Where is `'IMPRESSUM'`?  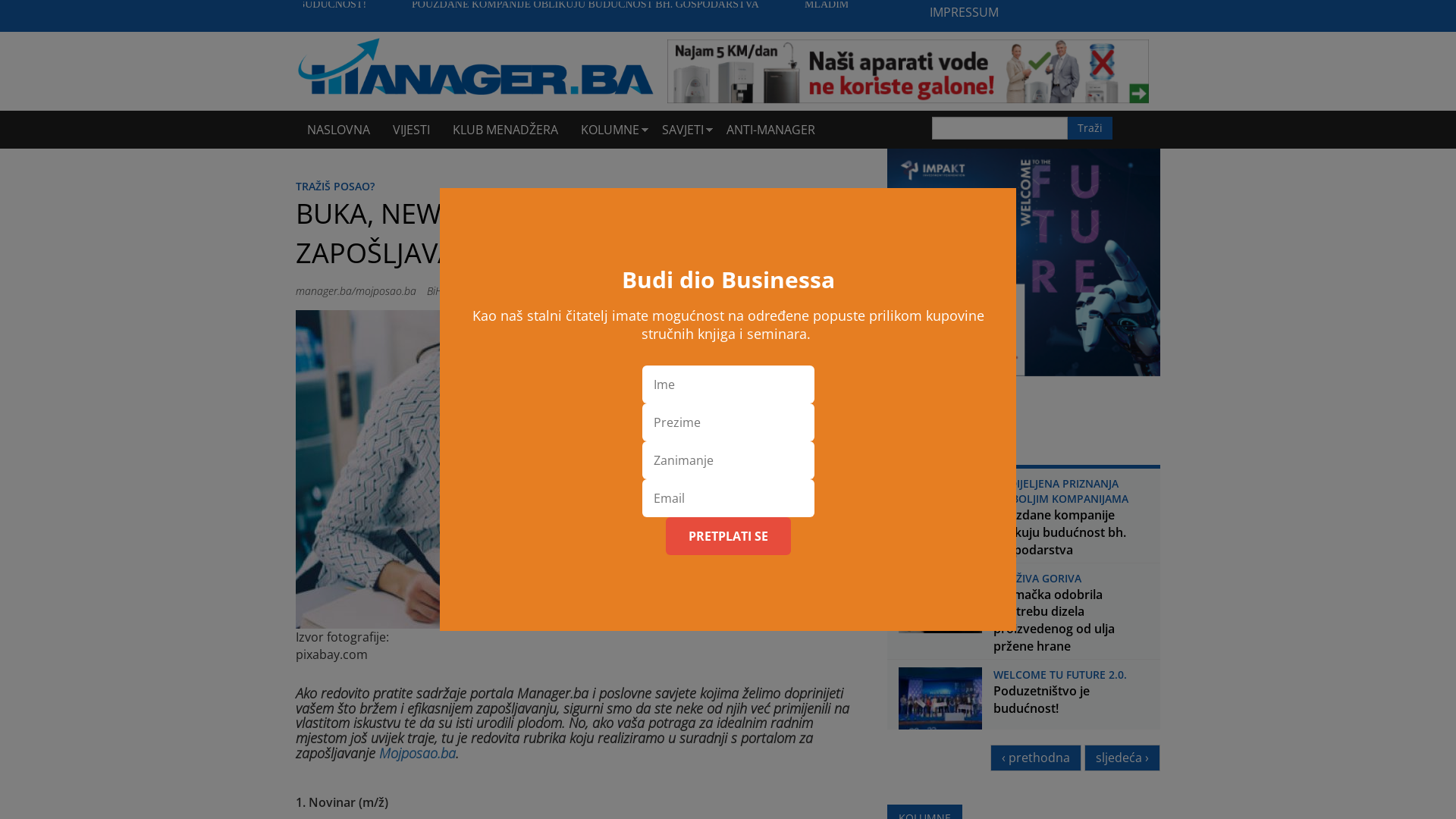 'IMPRESSUM' is located at coordinates (963, 12).